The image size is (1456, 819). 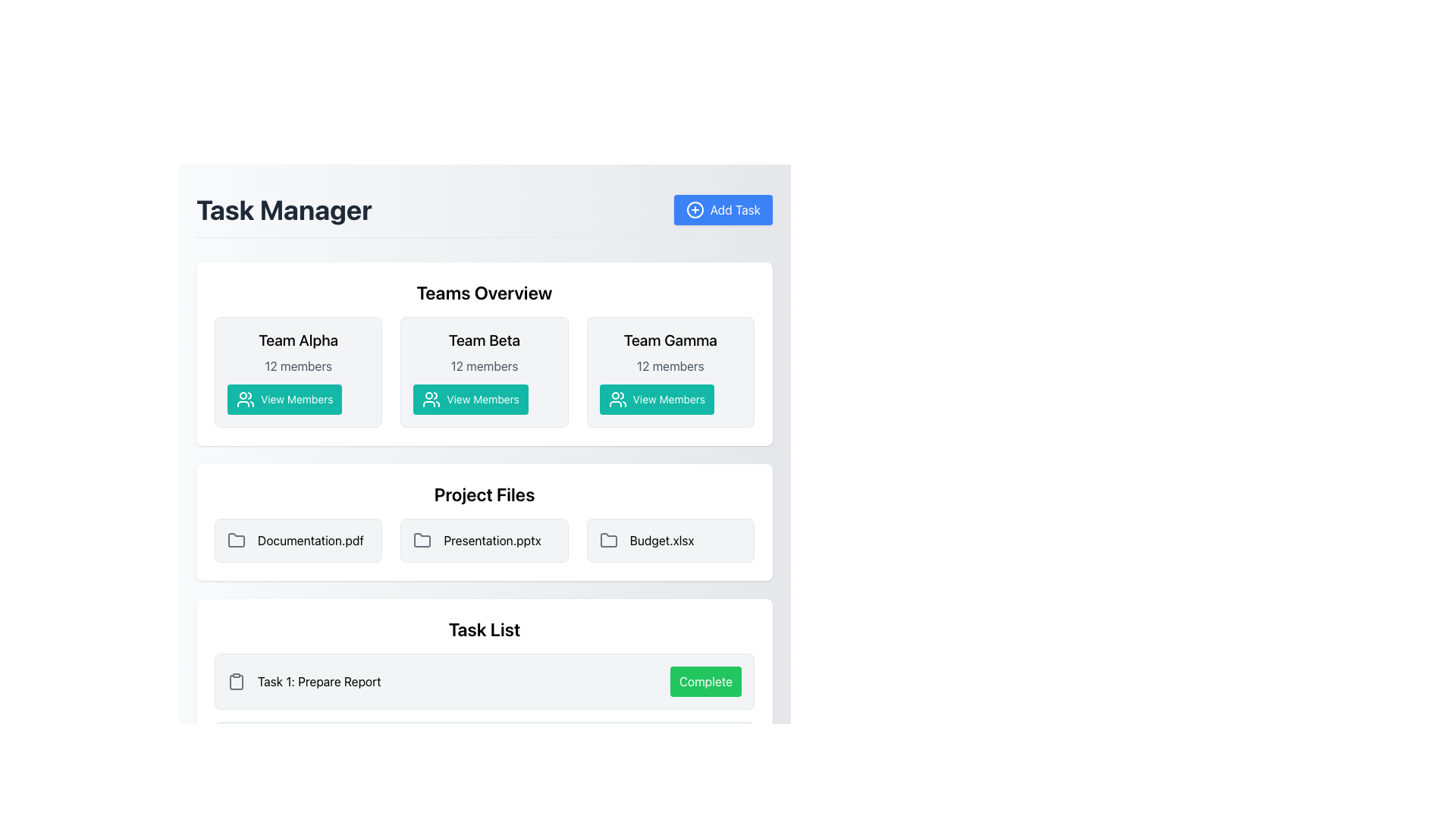 I want to click on the folder icon in the 'Project Files' section, which is located above the 'Documentation.pdf' label and features a rounded top flap and a thick border, so click(x=422, y=539).